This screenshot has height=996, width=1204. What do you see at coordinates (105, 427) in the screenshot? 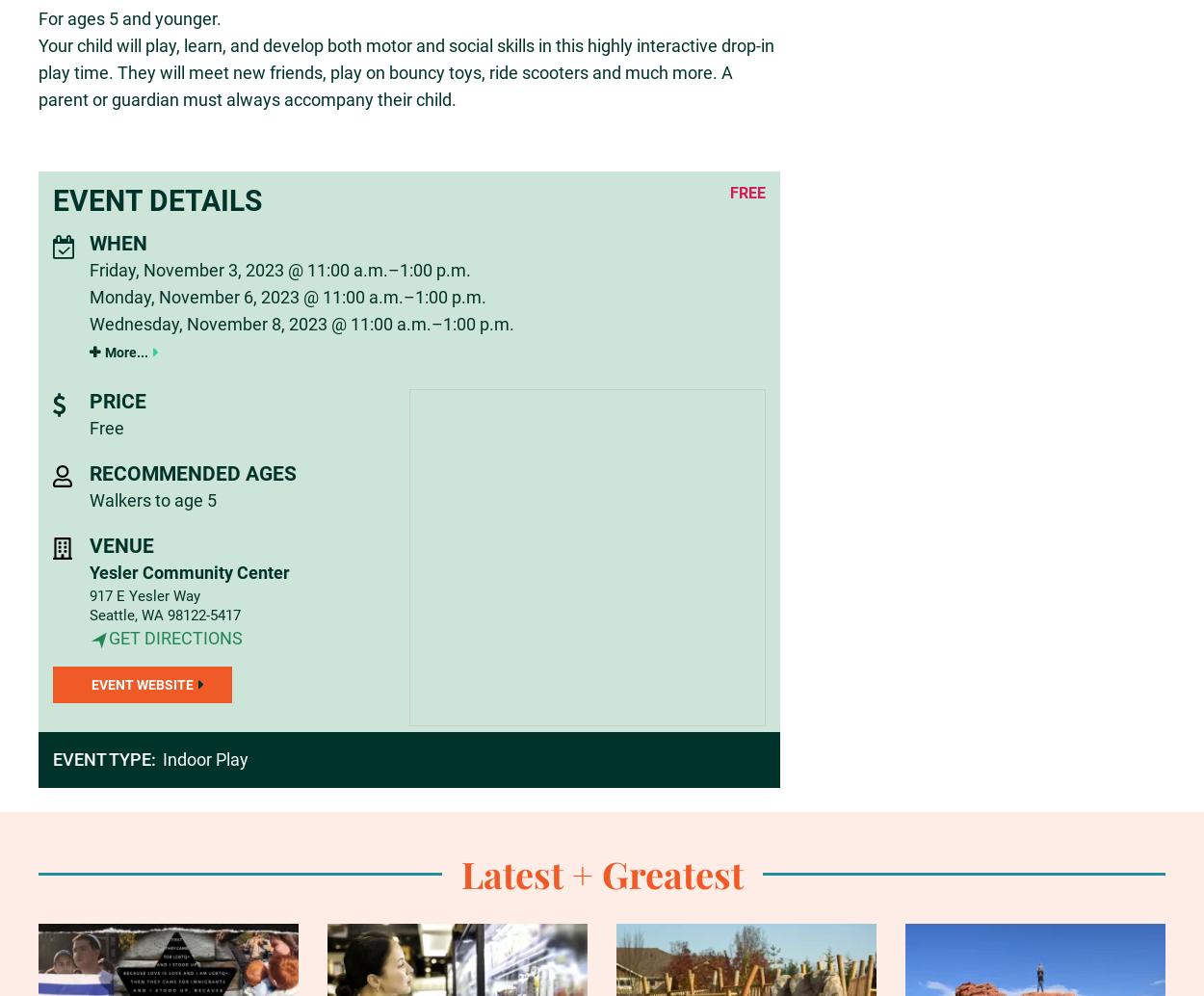
I see `'Free'` at bounding box center [105, 427].